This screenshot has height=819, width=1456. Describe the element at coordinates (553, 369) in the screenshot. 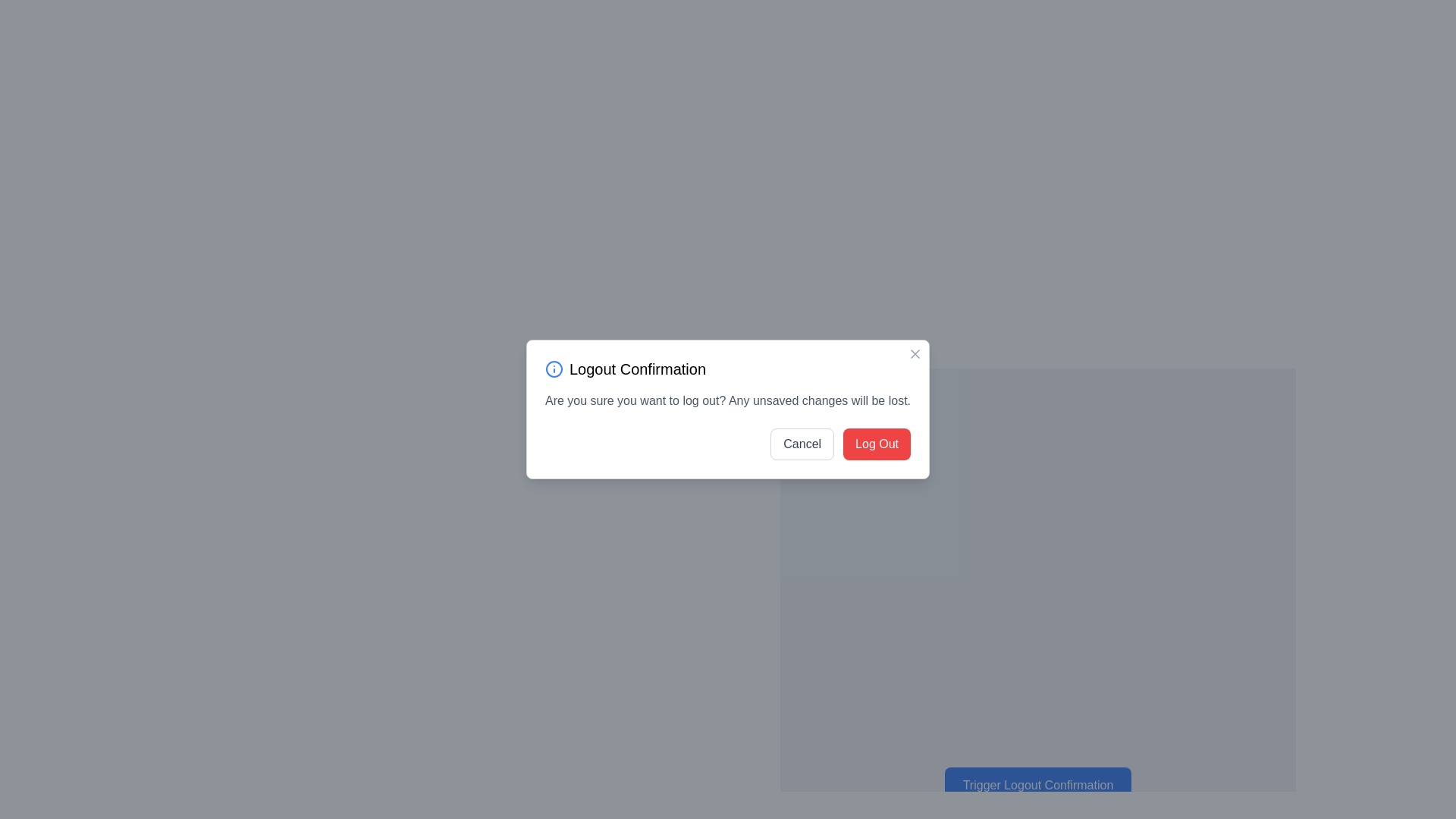

I see `the informational icon located to the left of the 'Logout Confirmation' title text in the top-left corner of the dialog box, which serves a decorative role` at that location.